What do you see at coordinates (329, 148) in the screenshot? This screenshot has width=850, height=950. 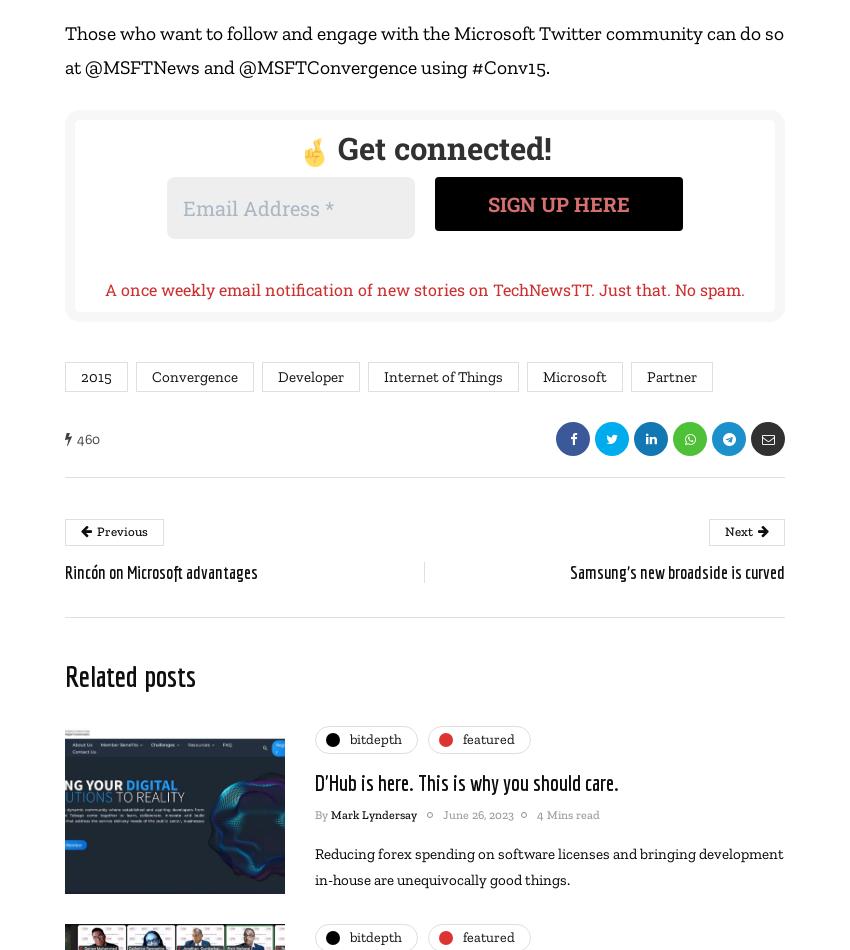 I see `'Get connected!'` at bounding box center [329, 148].